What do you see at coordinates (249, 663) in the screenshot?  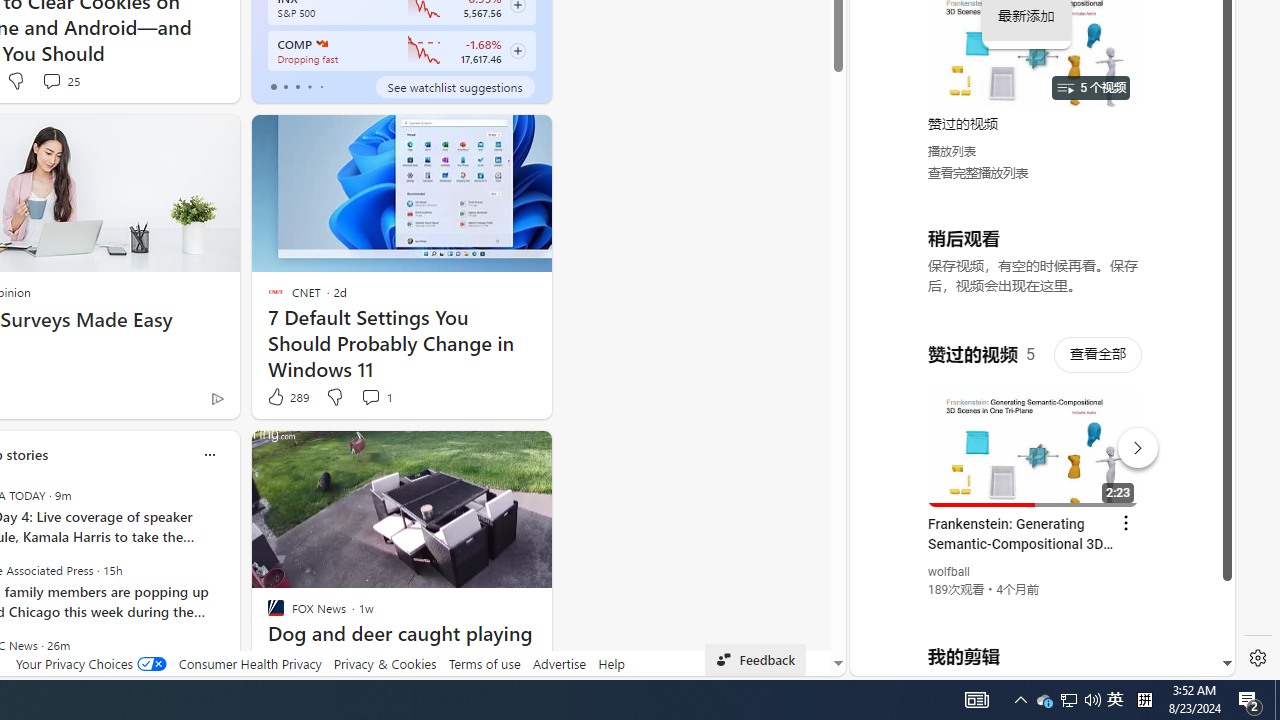 I see `'Consumer Health Privacy'` at bounding box center [249, 663].